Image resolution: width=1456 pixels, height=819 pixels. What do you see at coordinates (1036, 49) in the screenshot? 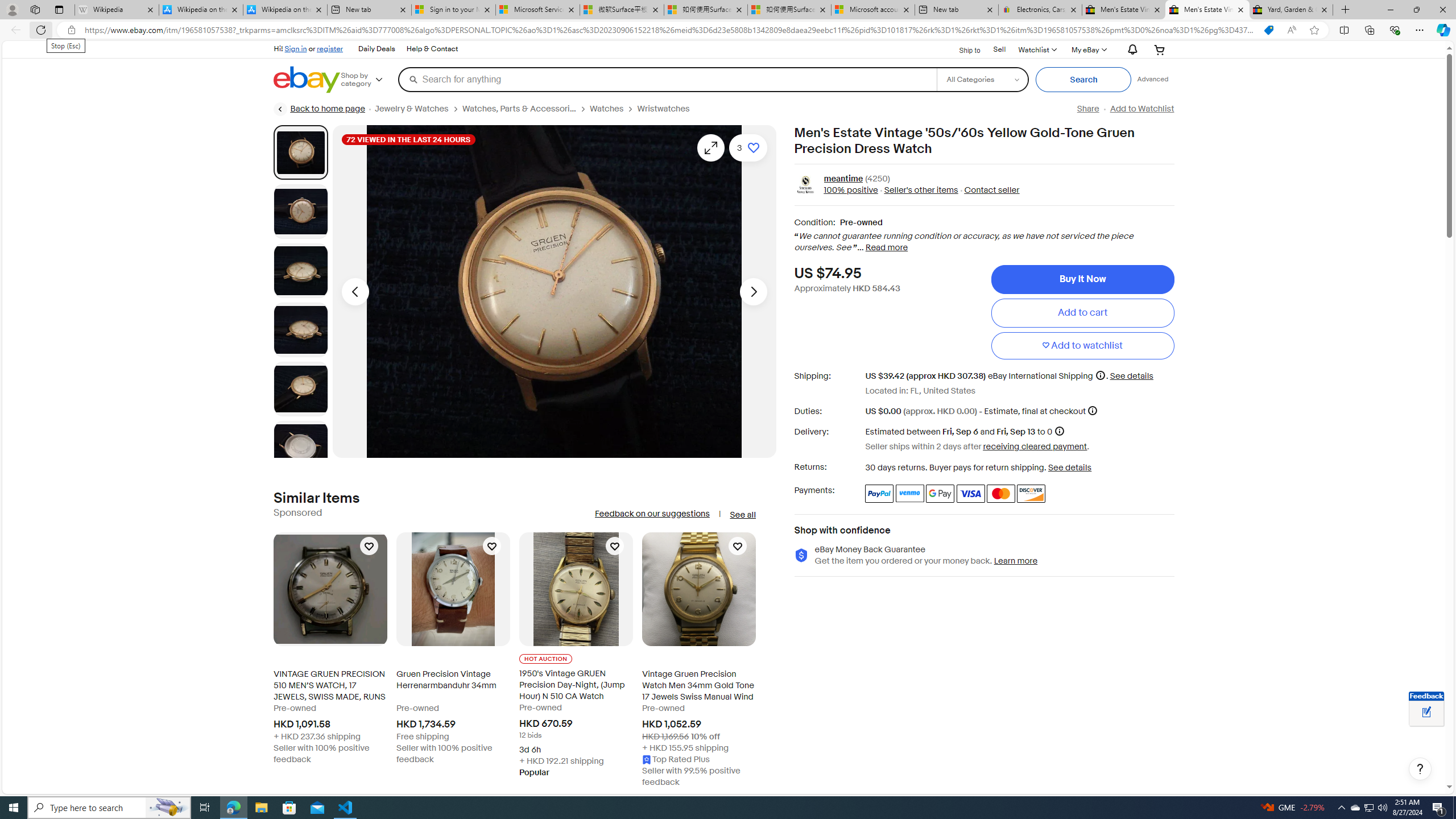
I see `'WatchlistExpand Watch List'` at bounding box center [1036, 49].